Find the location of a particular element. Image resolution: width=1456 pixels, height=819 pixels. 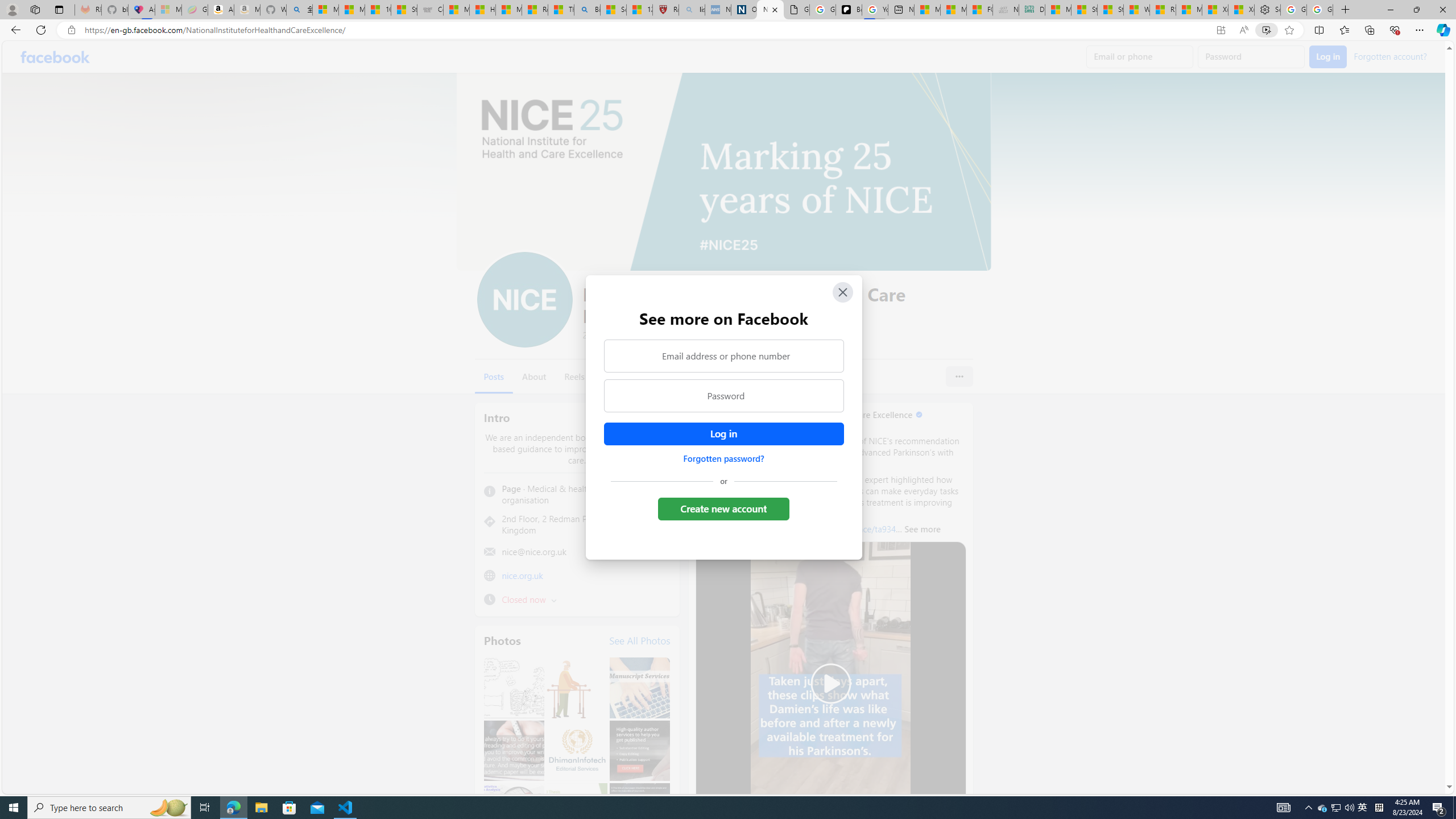

'Forgotten password?' is located at coordinates (723, 458).